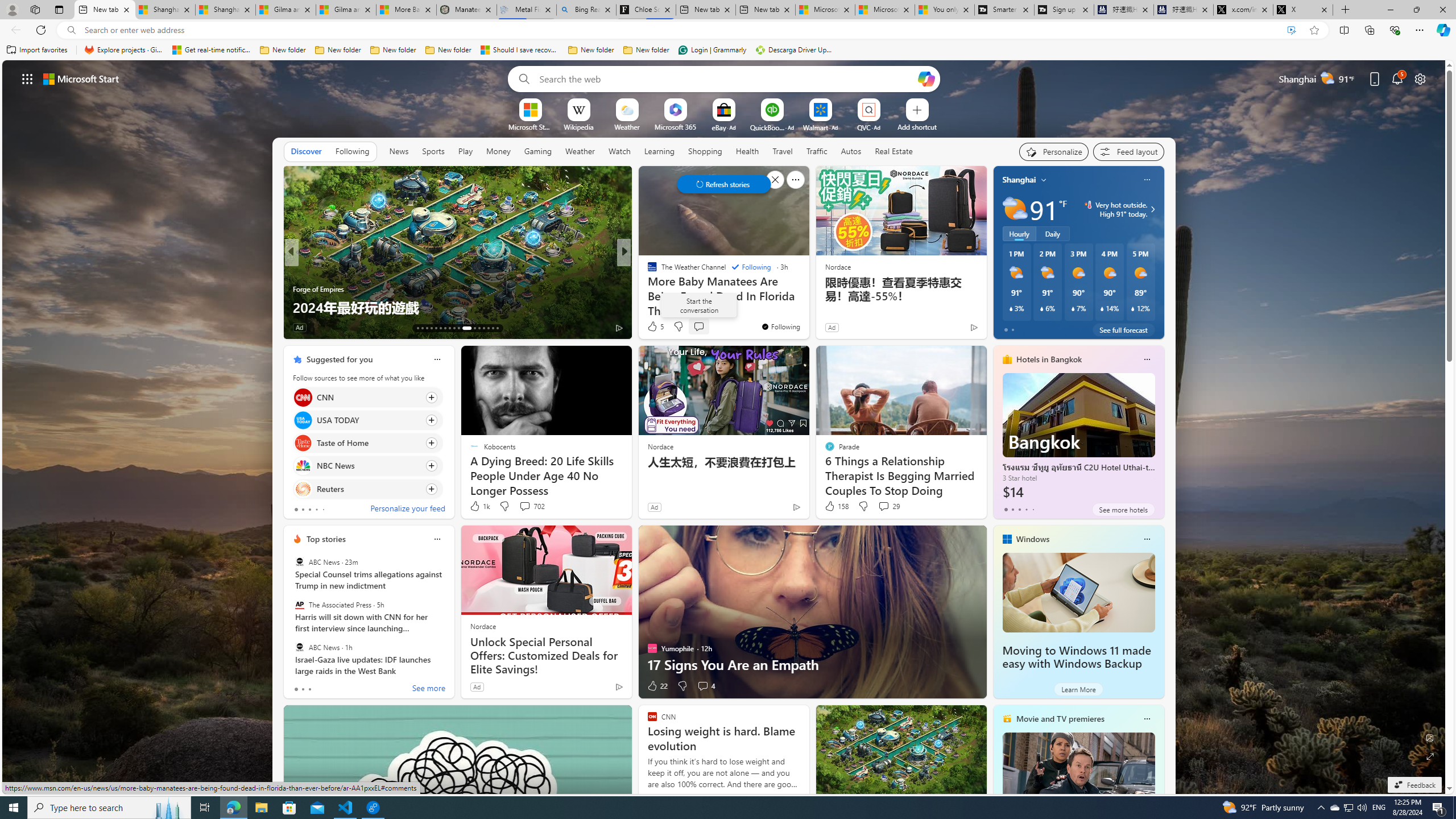 The width and height of the screenshot is (1456, 819). Describe the element at coordinates (698, 326) in the screenshot. I see `'View comments 1 Comment'` at that location.